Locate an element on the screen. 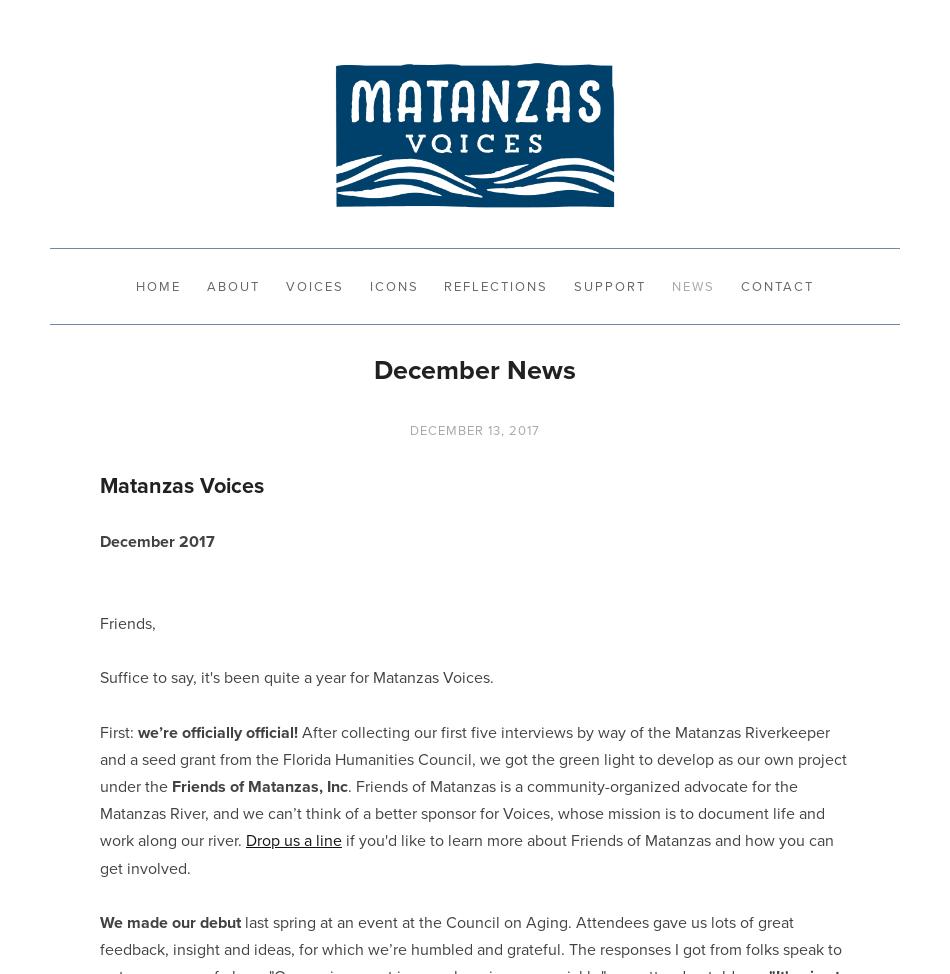 The image size is (950, 974). 'Friends of Matanzas, Inc' is located at coordinates (259, 785).